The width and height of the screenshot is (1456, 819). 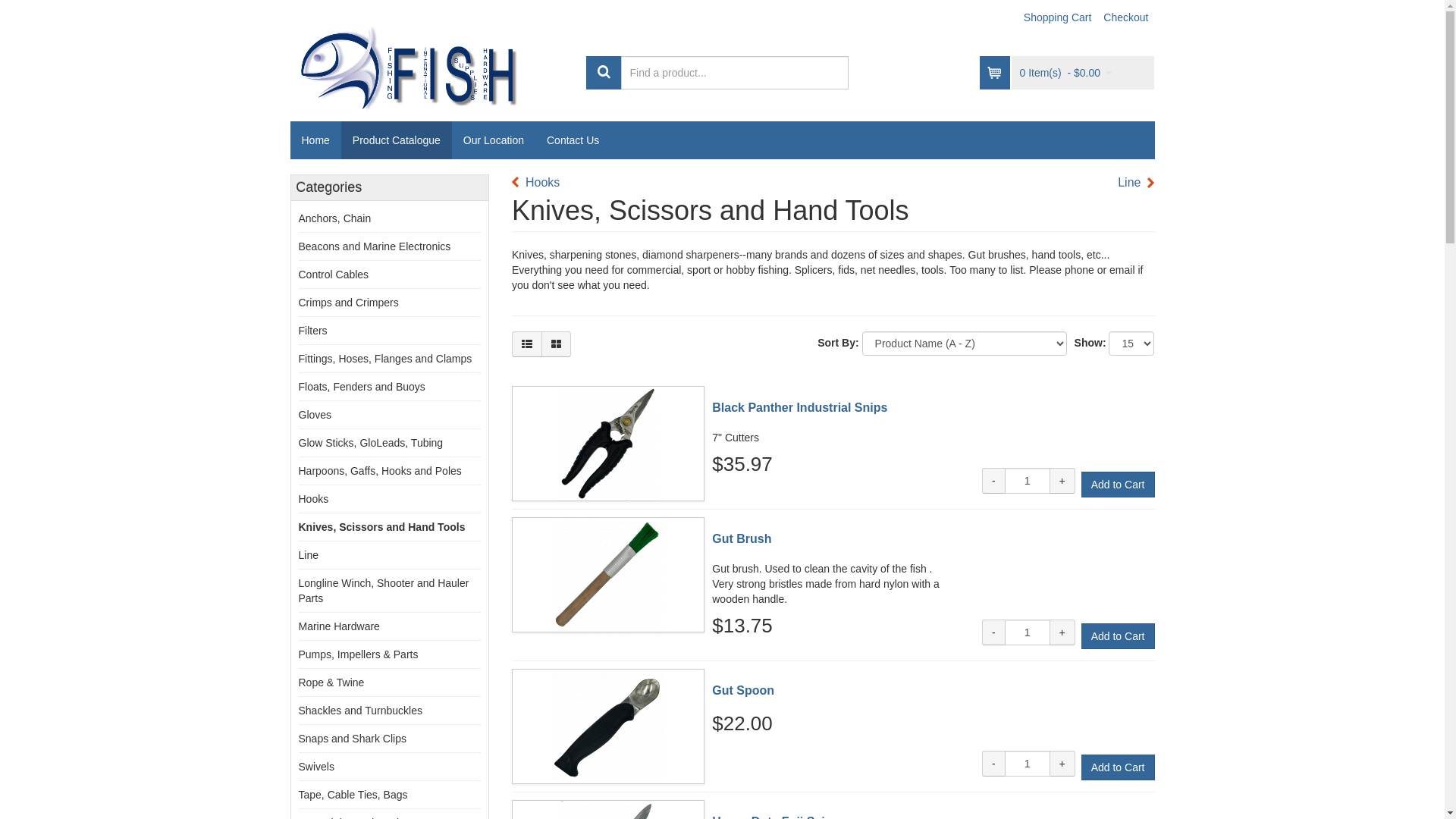 I want to click on 'Snaps and Shark Clips', so click(x=352, y=738).